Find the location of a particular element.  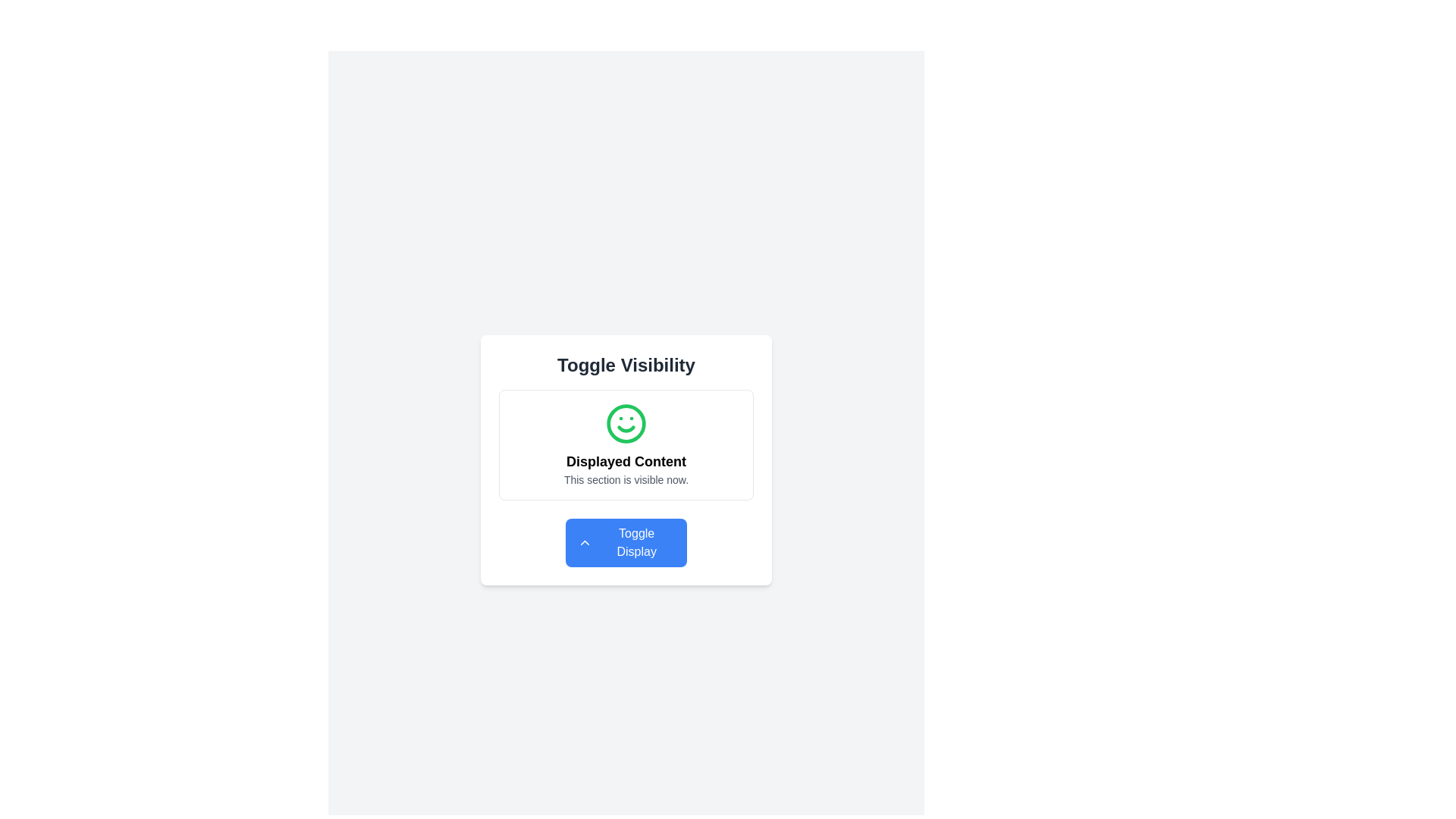

the static text label displaying 'This section is visible now.' located below the title 'Displayed Content' is located at coordinates (626, 479).